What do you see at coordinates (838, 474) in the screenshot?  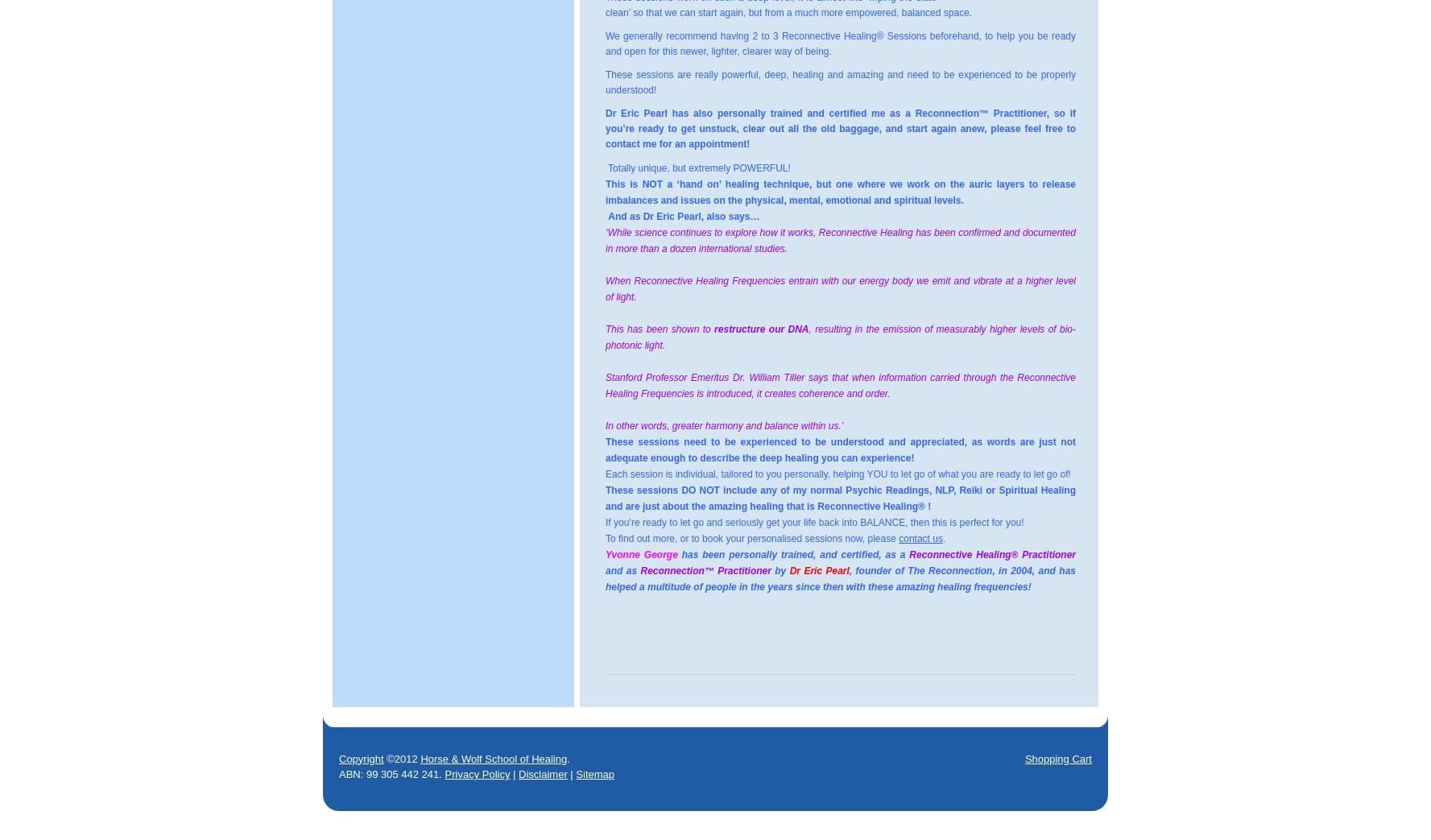 I see `'Each session is individual, tailored to you personally, helping YOU to let go of what you are ready to let go of!'` at bounding box center [838, 474].